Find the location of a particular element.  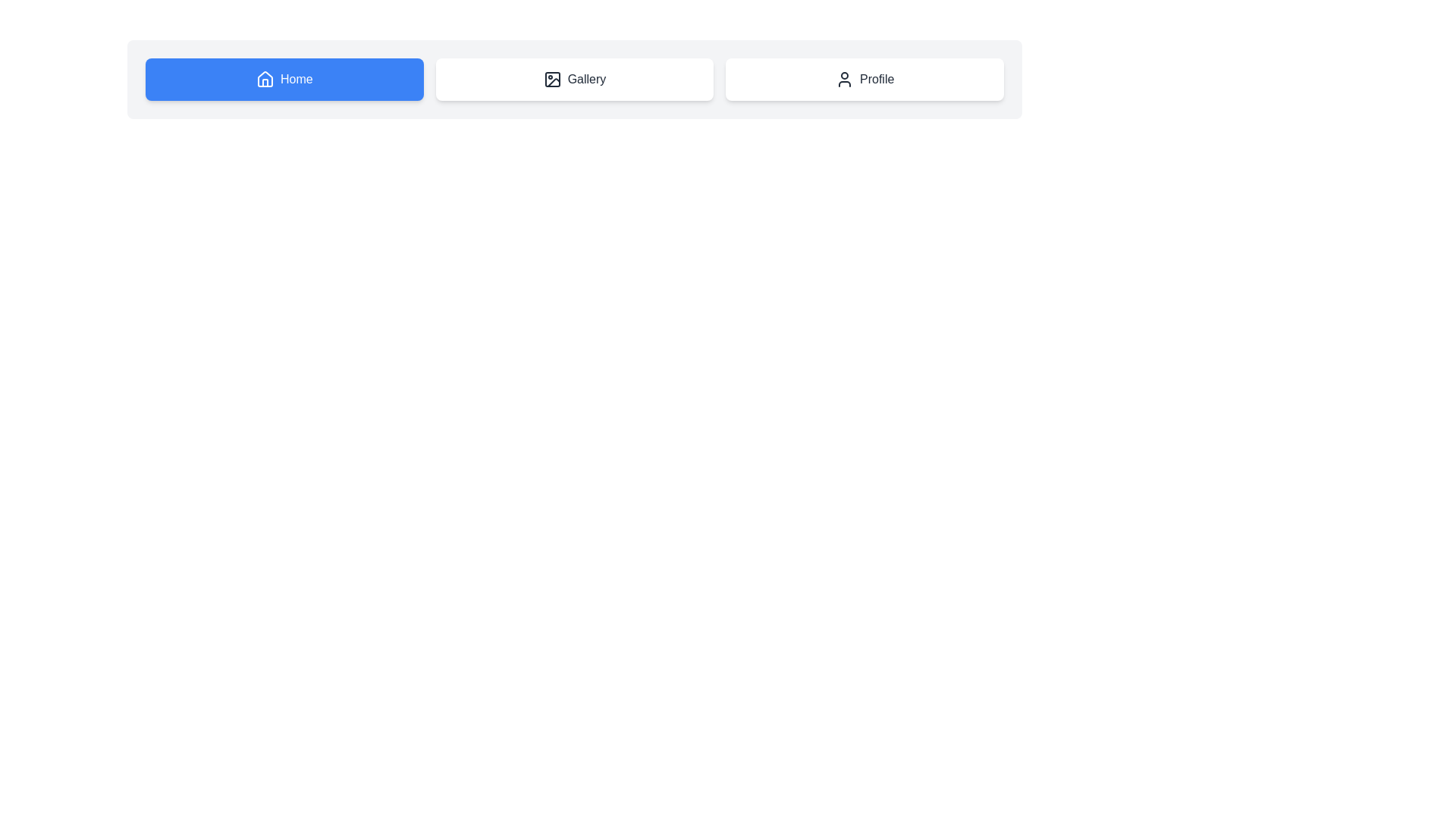

the 'Profile' button to navigate to the Profile section is located at coordinates (864, 79).